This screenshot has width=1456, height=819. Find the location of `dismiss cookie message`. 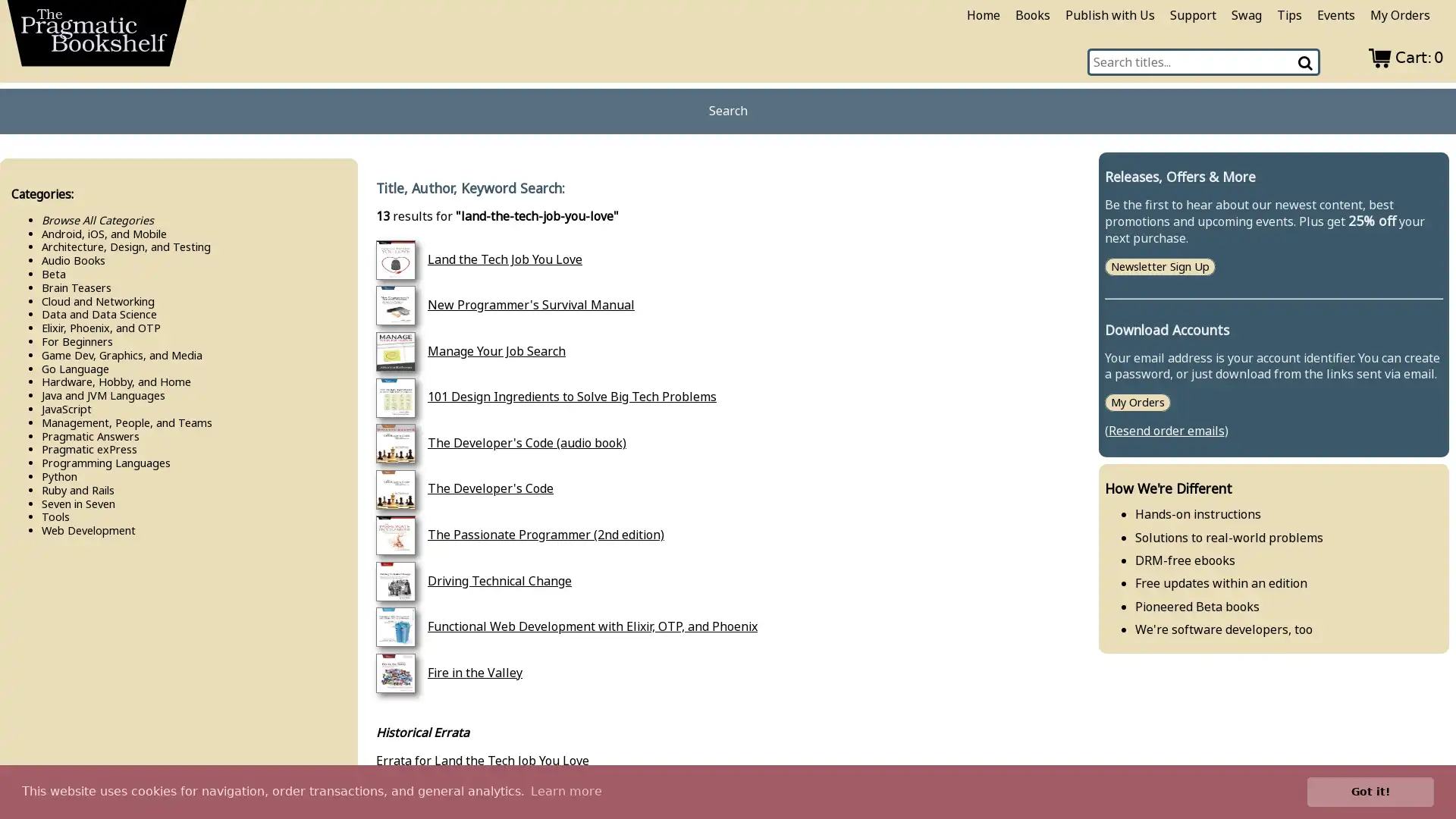

dismiss cookie message is located at coordinates (1370, 791).